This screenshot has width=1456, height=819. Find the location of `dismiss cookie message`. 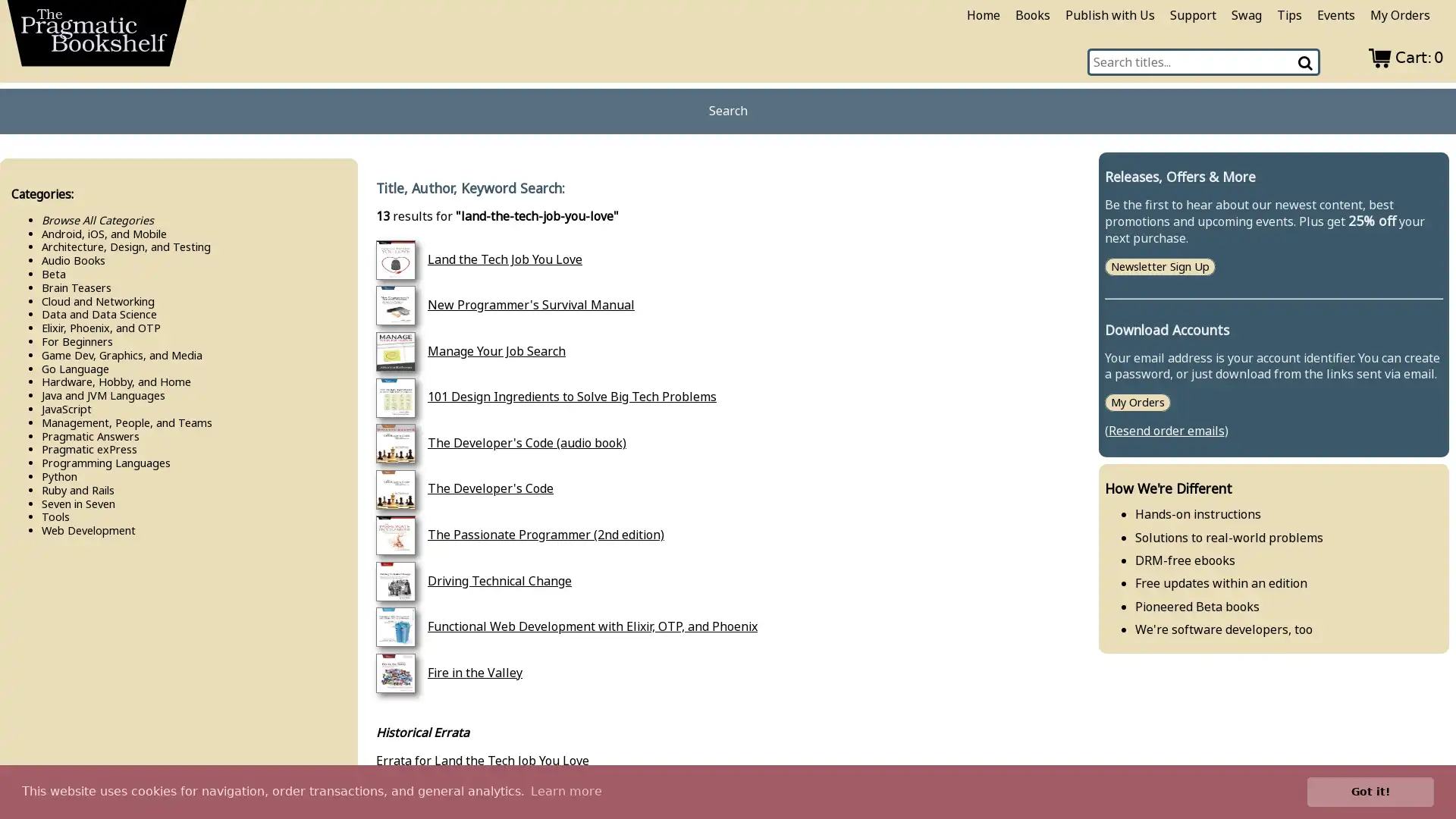

dismiss cookie message is located at coordinates (1370, 791).